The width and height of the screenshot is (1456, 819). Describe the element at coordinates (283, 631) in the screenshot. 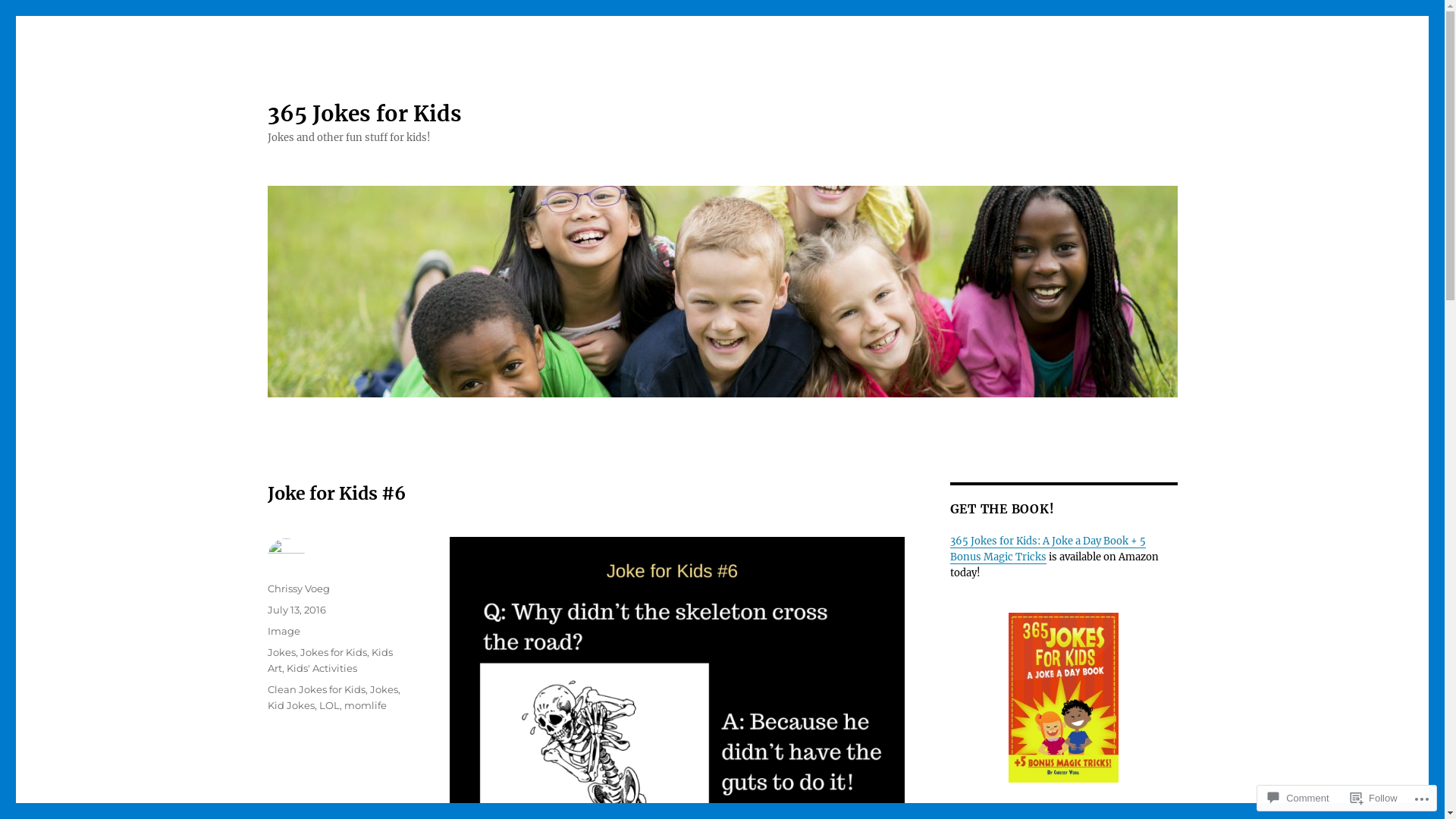

I see `'Image'` at that location.